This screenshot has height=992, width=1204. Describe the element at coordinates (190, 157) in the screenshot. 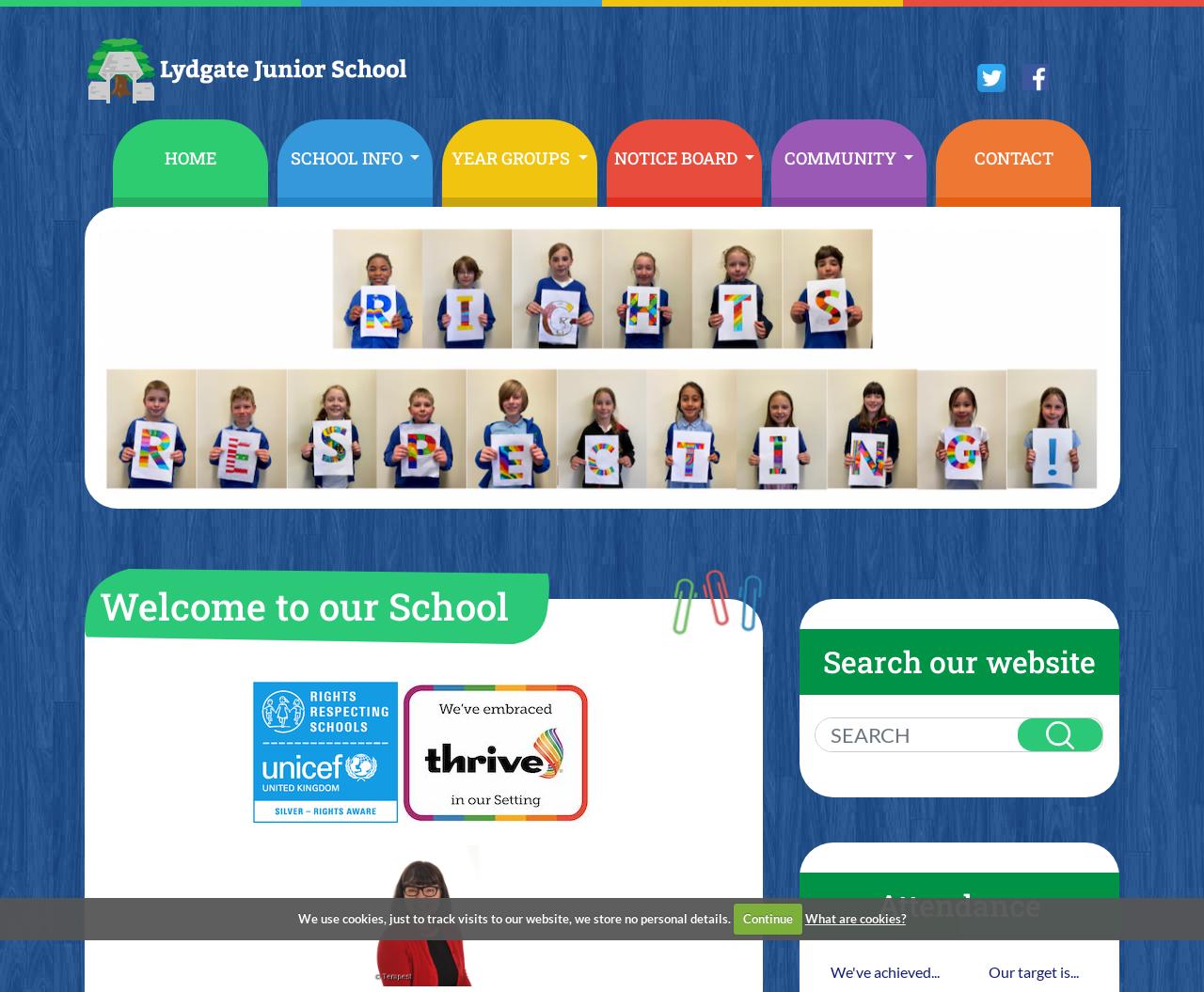

I see `'Home'` at that location.